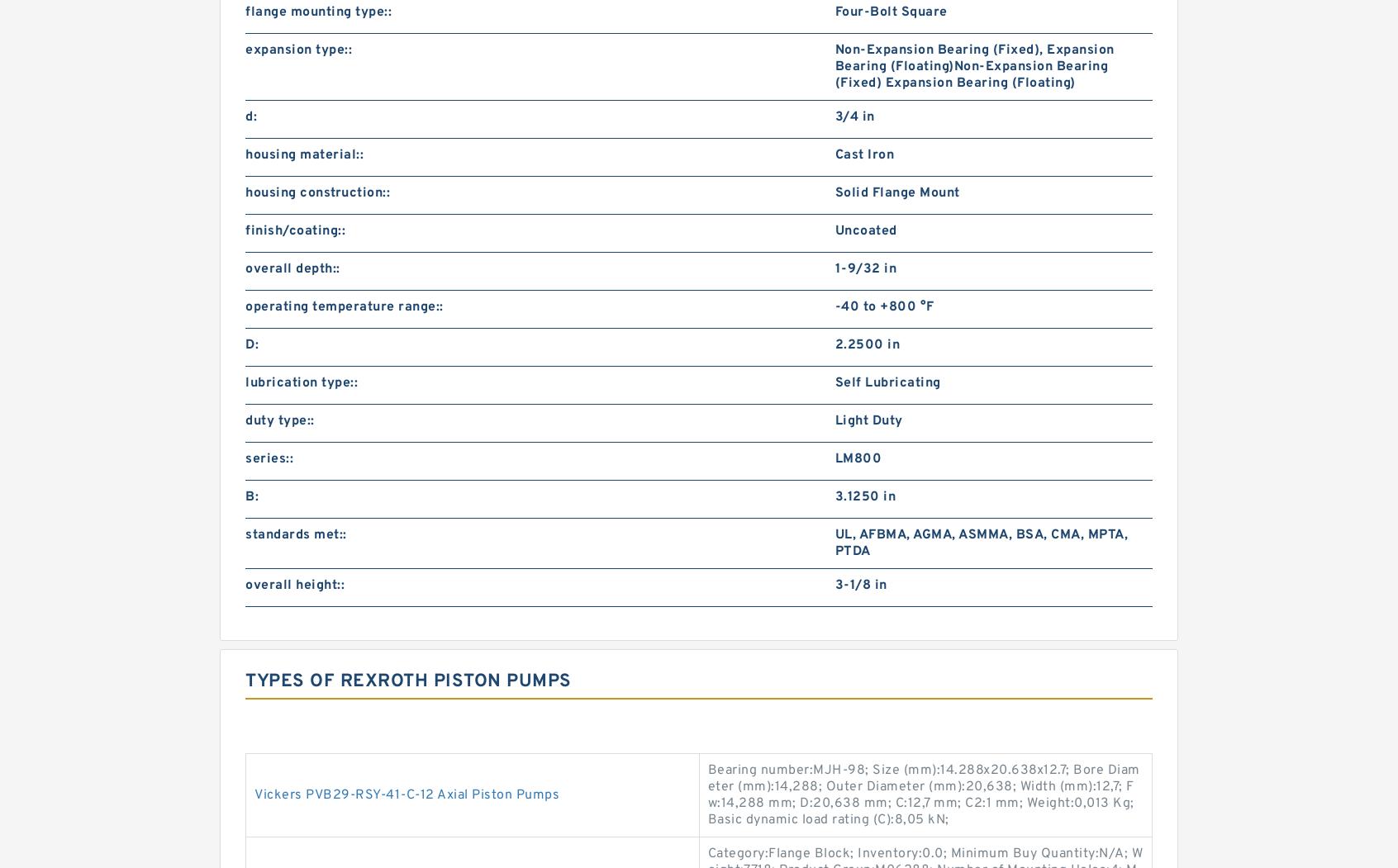 This screenshot has height=868, width=1398. I want to click on 'housing material::', so click(304, 155).